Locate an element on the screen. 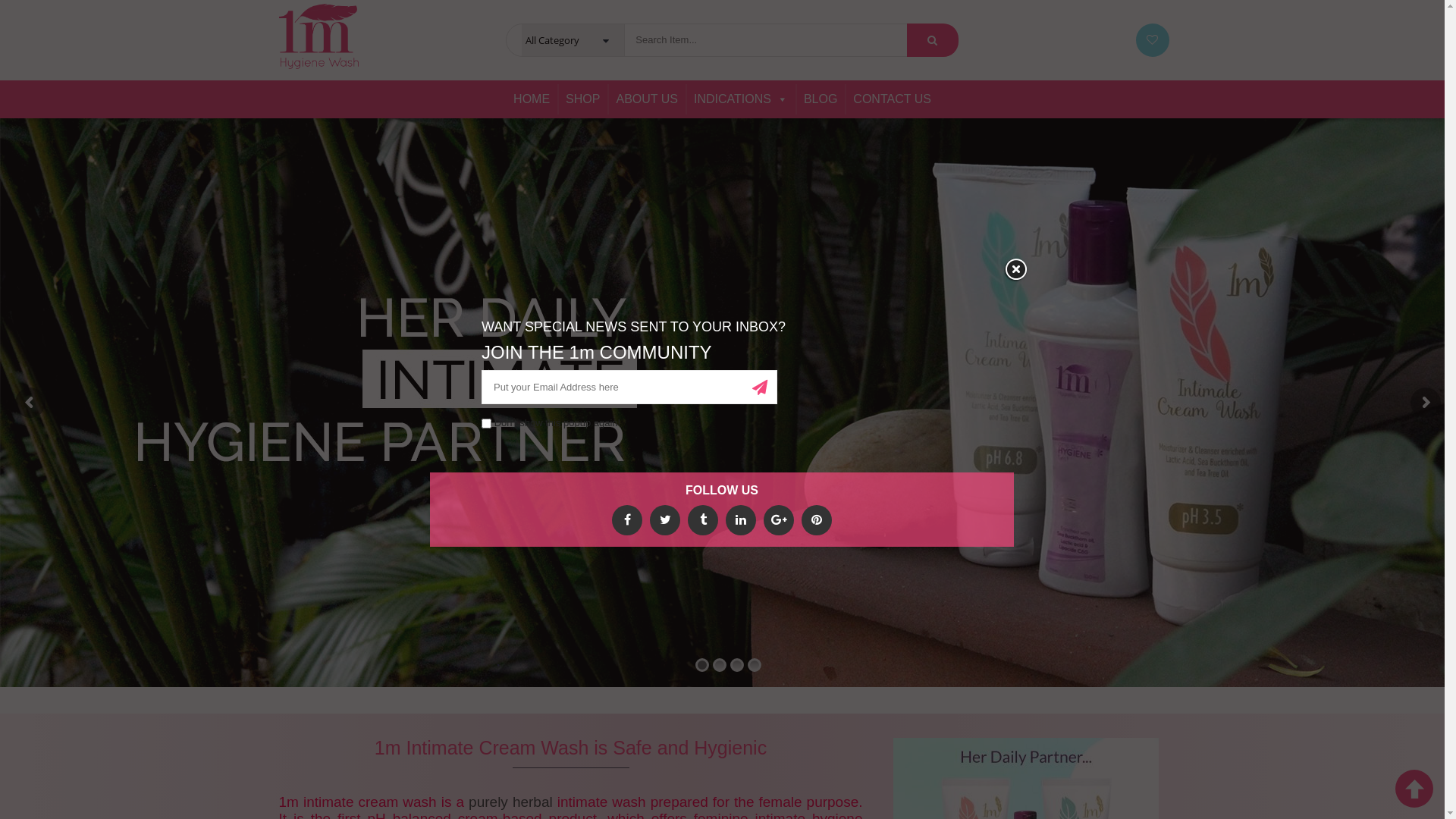  'Tumblr' is located at coordinates (701, 519).